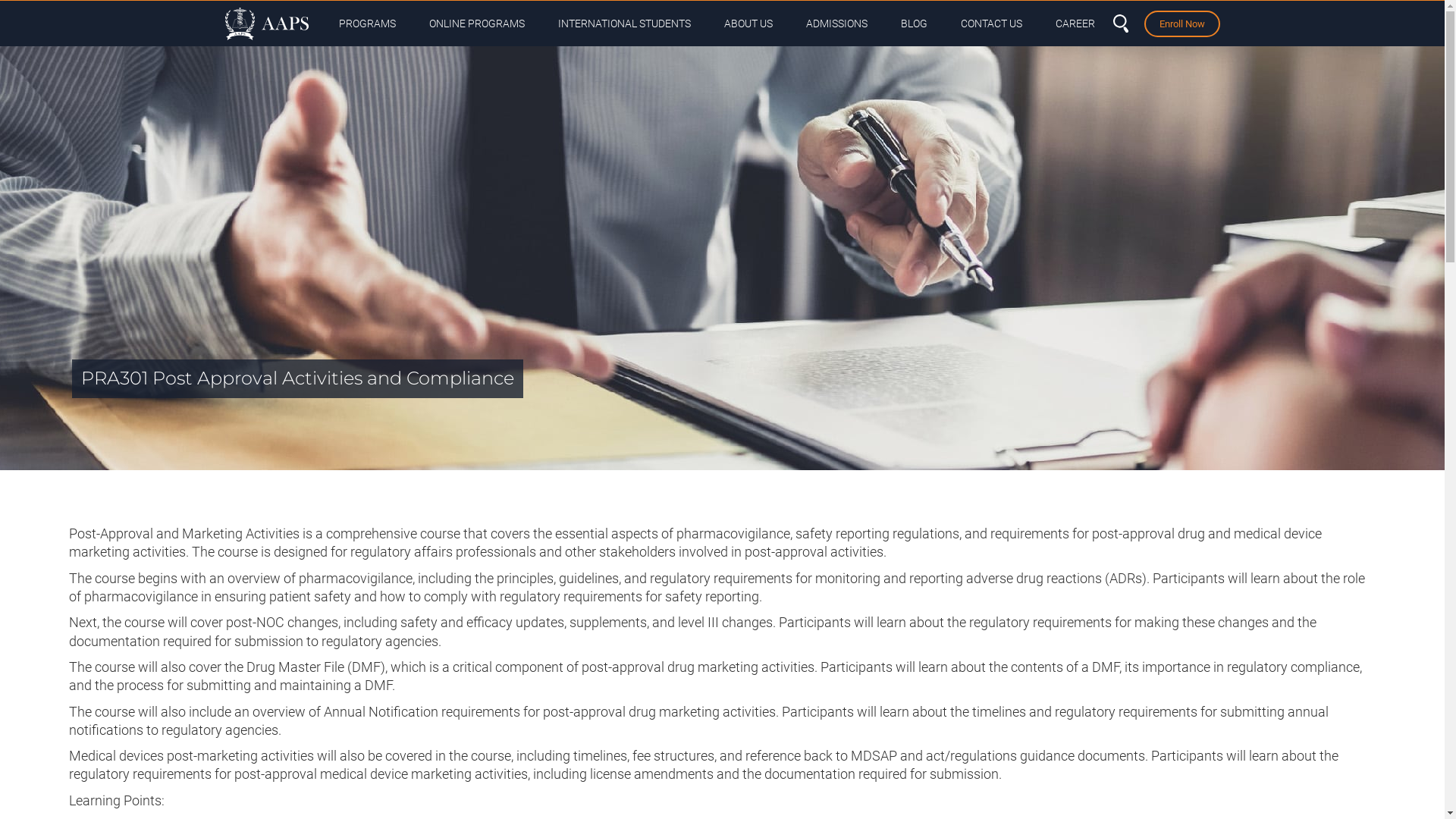 The height and width of the screenshot is (819, 1456). What do you see at coordinates (624, 23) in the screenshot?
I see `'INTERNATIONAL STUDENTS'` at bounding box center [624, 23].